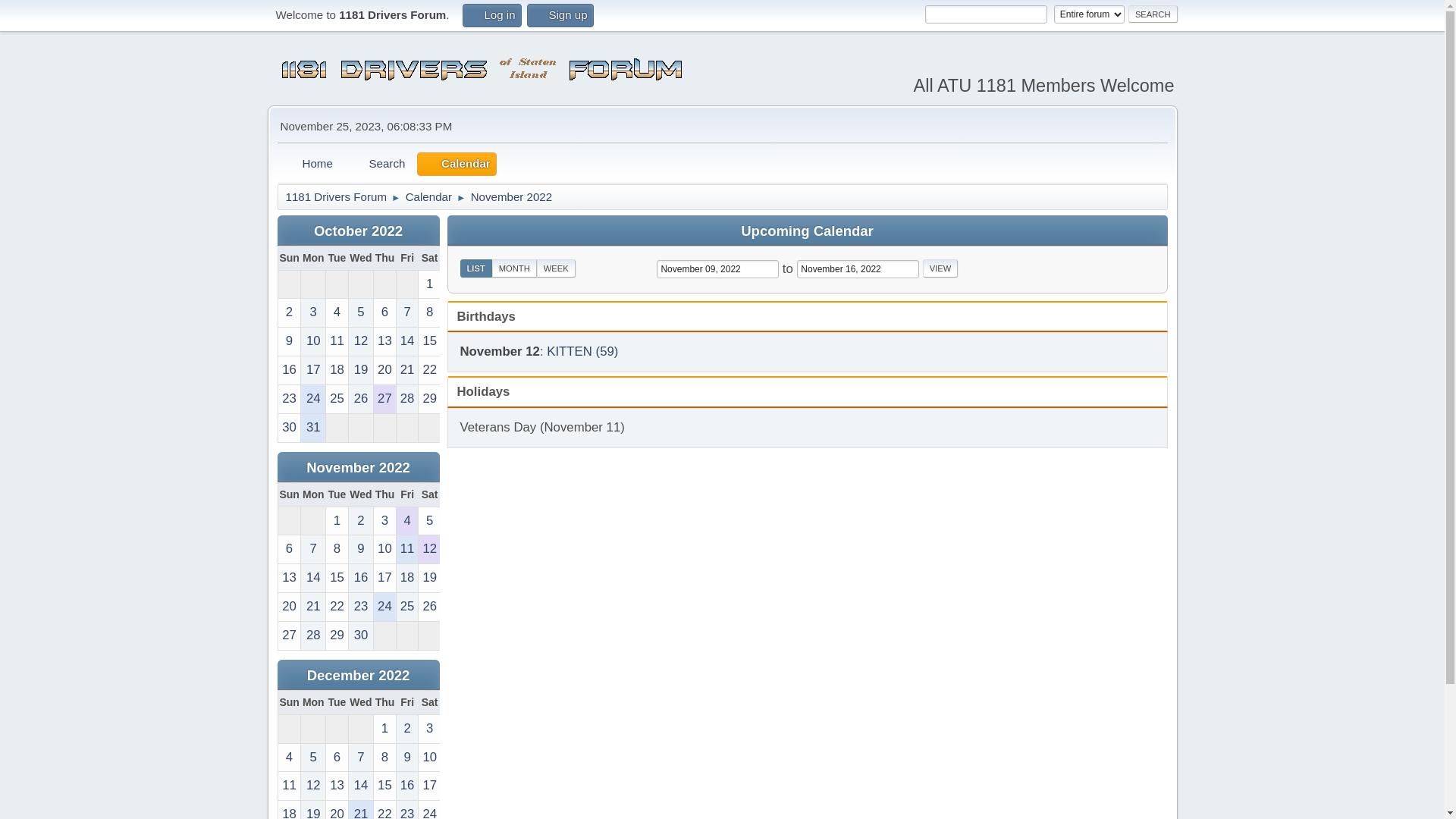 Image resolution: width=1456 pixels, height=819 pixels. I want to click on '13', so click(336, 785).